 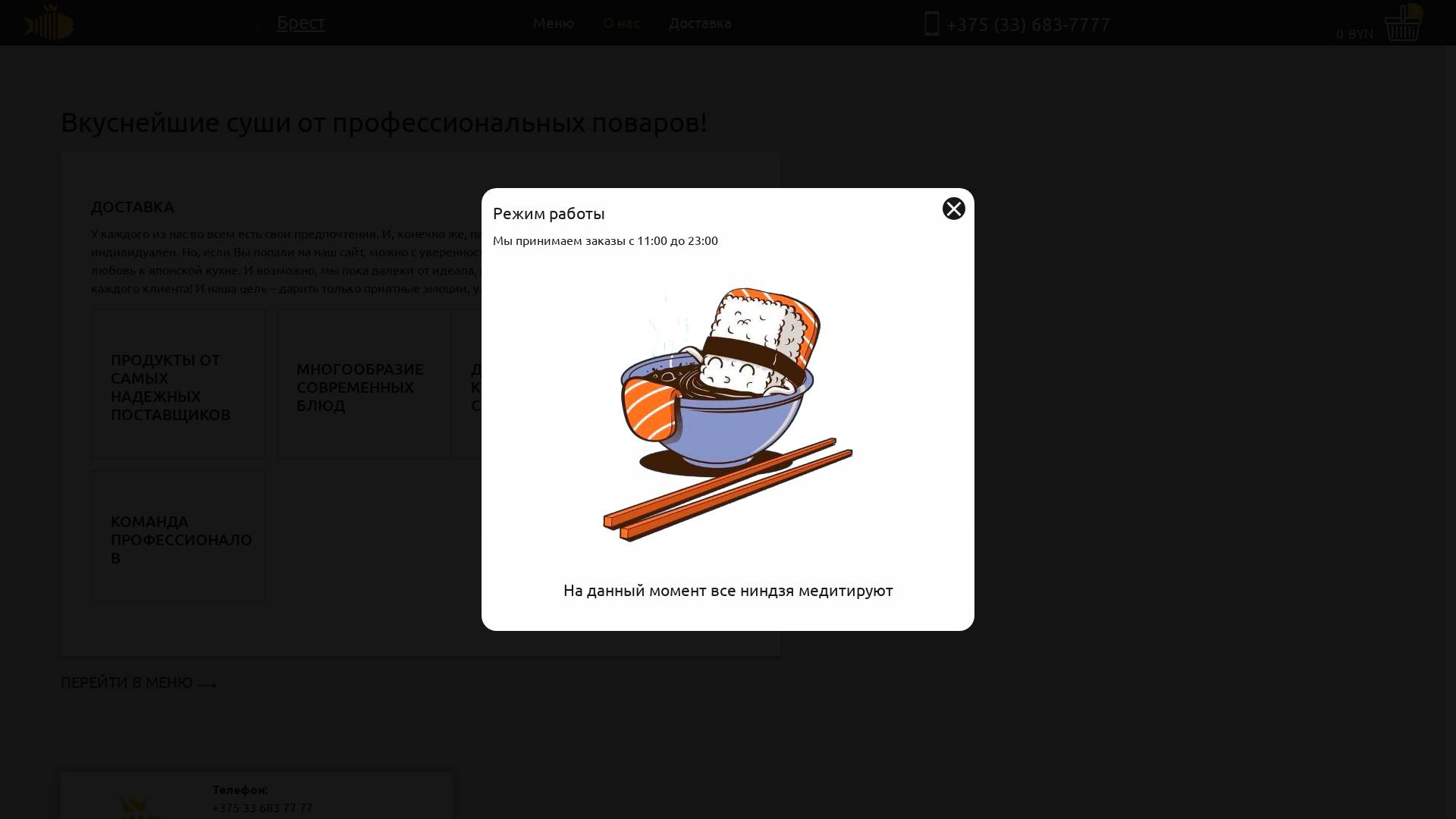 I want to click on '+375 (33) 683-7777', so click(x=946, y=24).